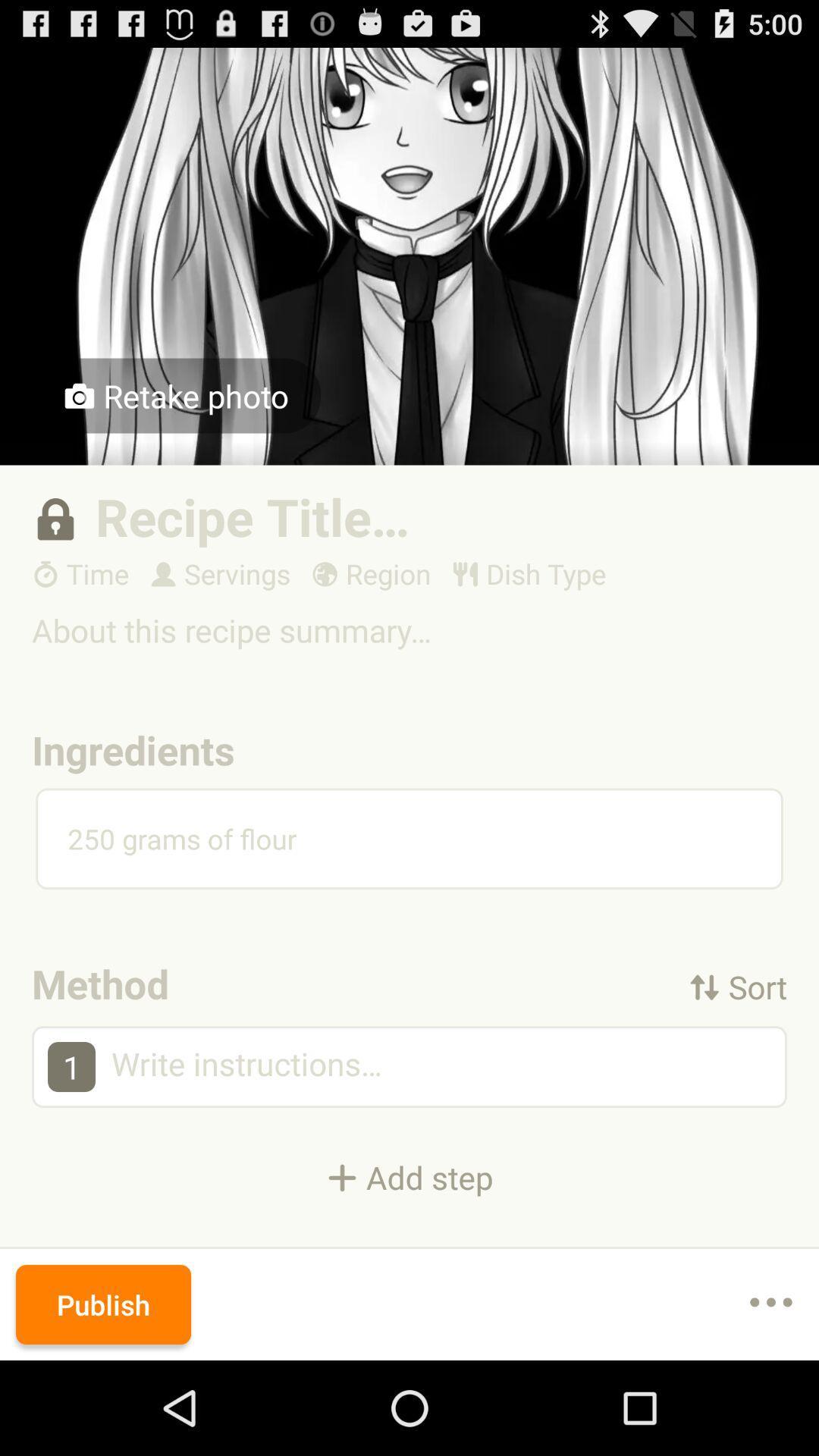  What do you see at coordinates (737, 987) in the screenshot?
I see `the icon below 250 grams of` at bounding box center [737, 987].